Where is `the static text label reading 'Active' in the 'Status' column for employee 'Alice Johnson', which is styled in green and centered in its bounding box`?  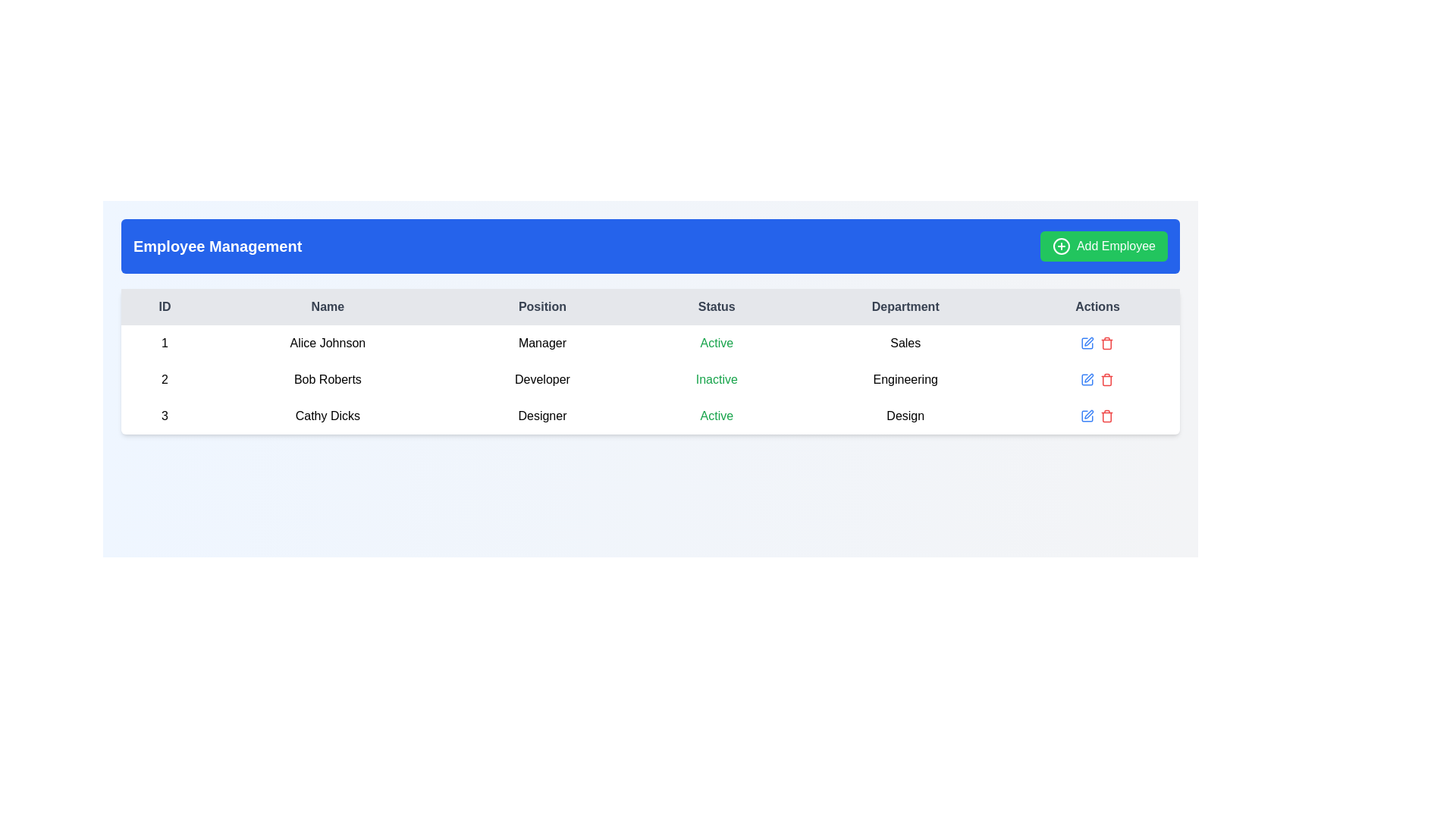
the static text label reading 'Active' in the 'Status' column for employee 'Alice Johnson', which is styled in green and centered in its bounding box is located at coordinates (716, 343).